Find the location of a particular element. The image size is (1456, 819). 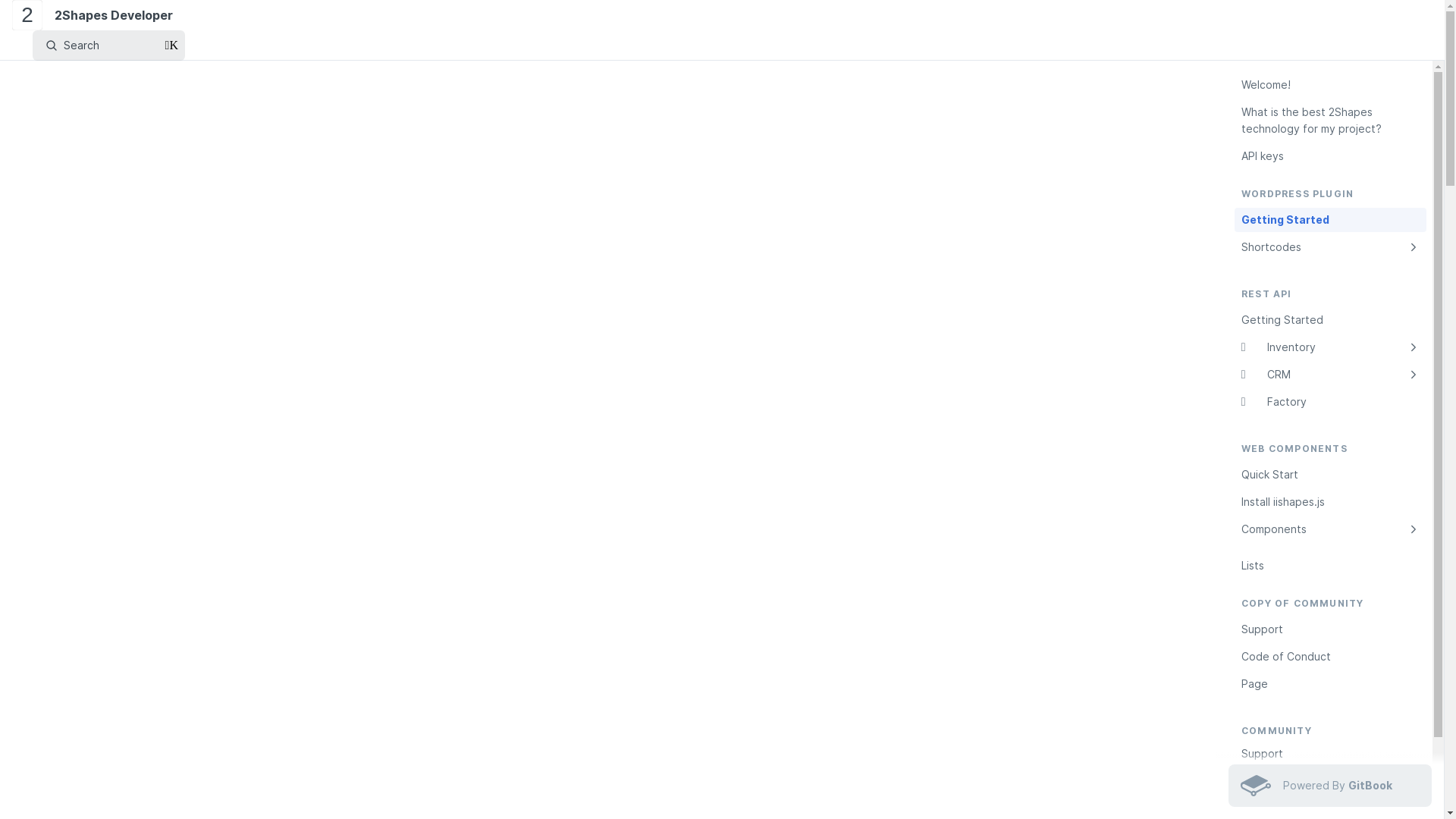

'2 is located at coordinates (94, 14).